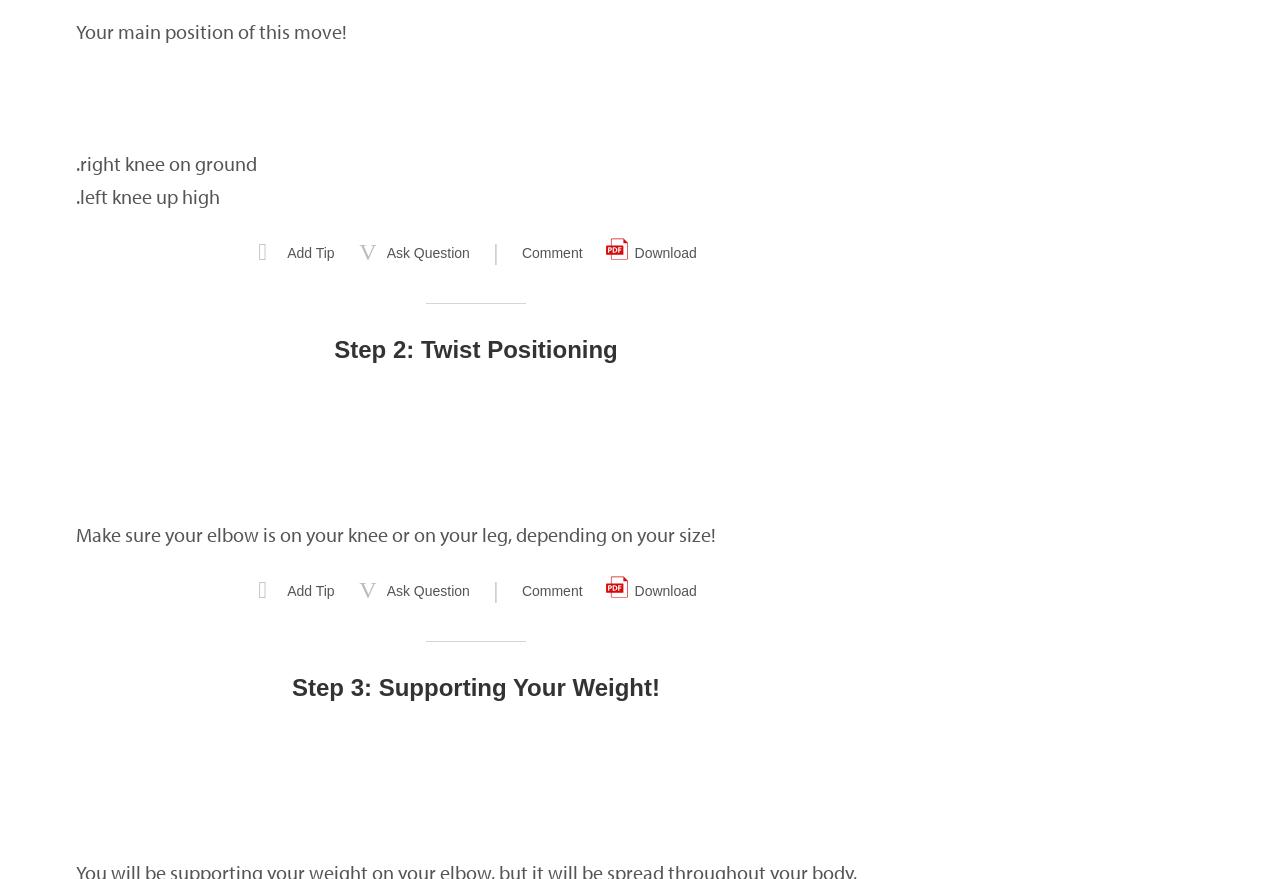 The image size is (1280, 879). Describe the element at coordinates (396, 534) in the screenshot. I see `'Make sure your elbow is on your knee or on your leg, depending on your size!'` at that location.